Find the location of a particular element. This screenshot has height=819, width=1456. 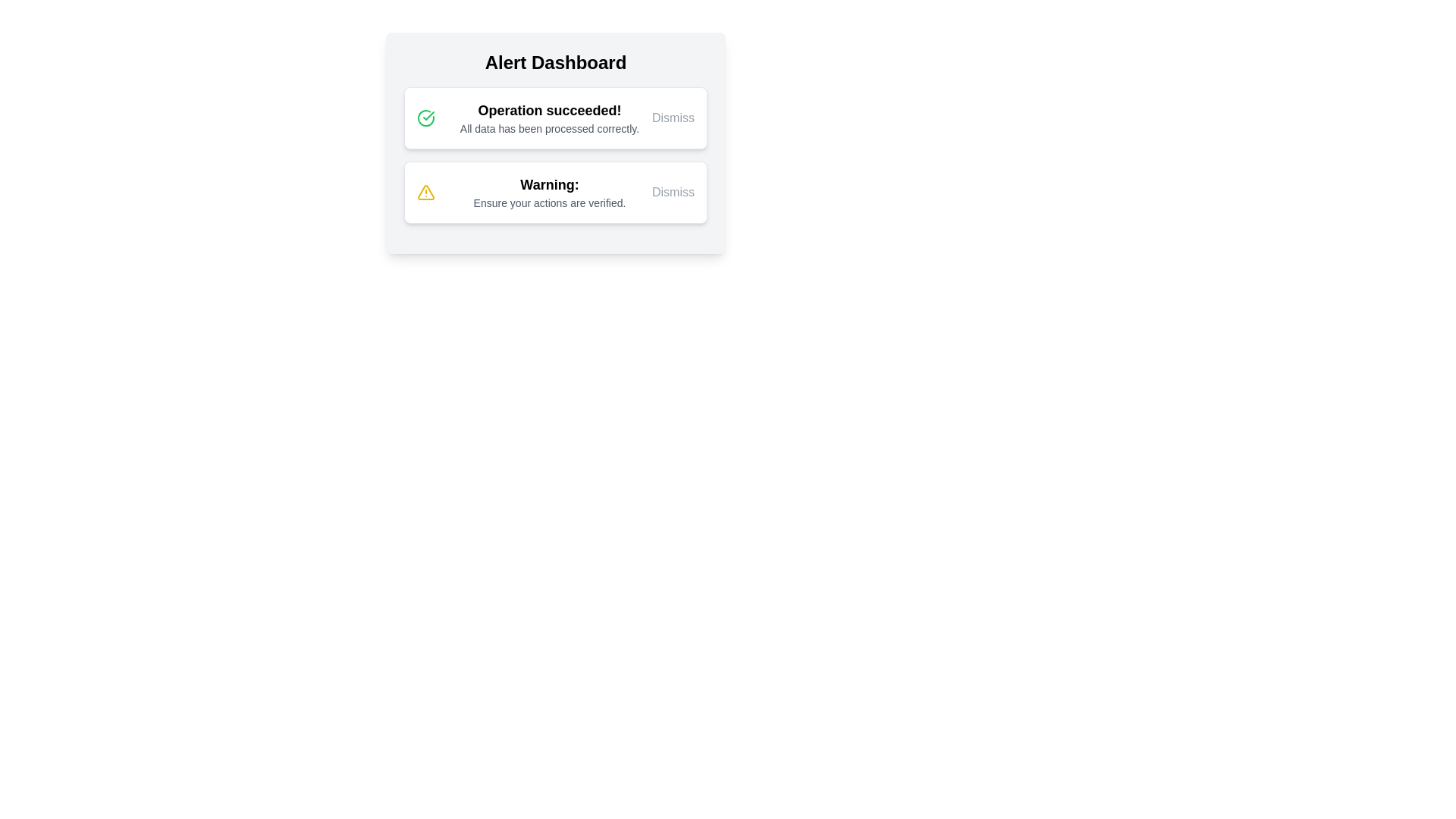

the 'Dismiss' button for the alert with message 'Operation succeeded!' is located at coordinates (673, 117).